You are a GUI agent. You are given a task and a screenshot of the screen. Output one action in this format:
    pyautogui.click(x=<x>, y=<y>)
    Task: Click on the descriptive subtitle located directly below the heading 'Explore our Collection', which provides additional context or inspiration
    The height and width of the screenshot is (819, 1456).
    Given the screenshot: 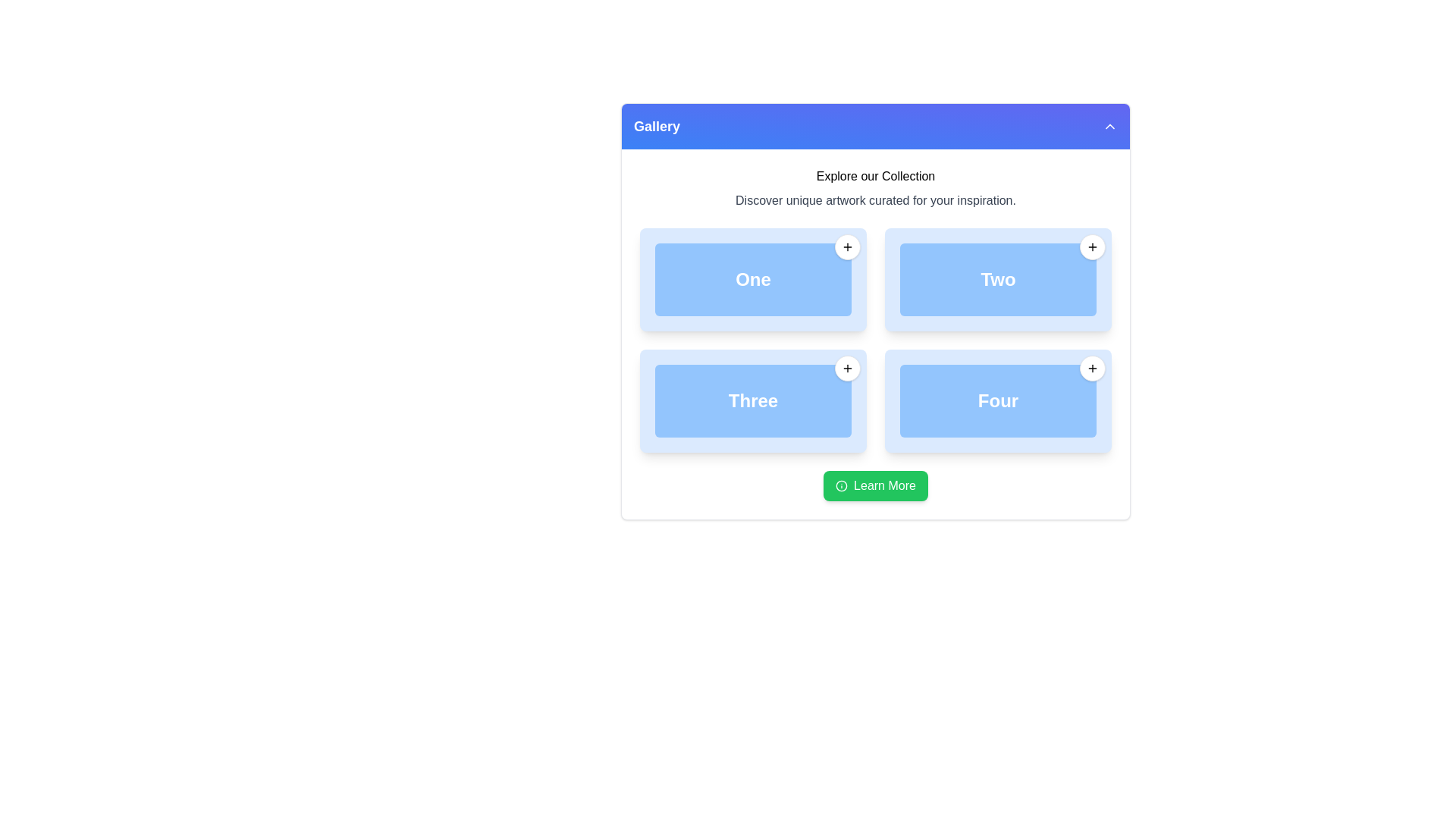 What is the action you would take?
    pyautogui.click(x=876, y=200)
    